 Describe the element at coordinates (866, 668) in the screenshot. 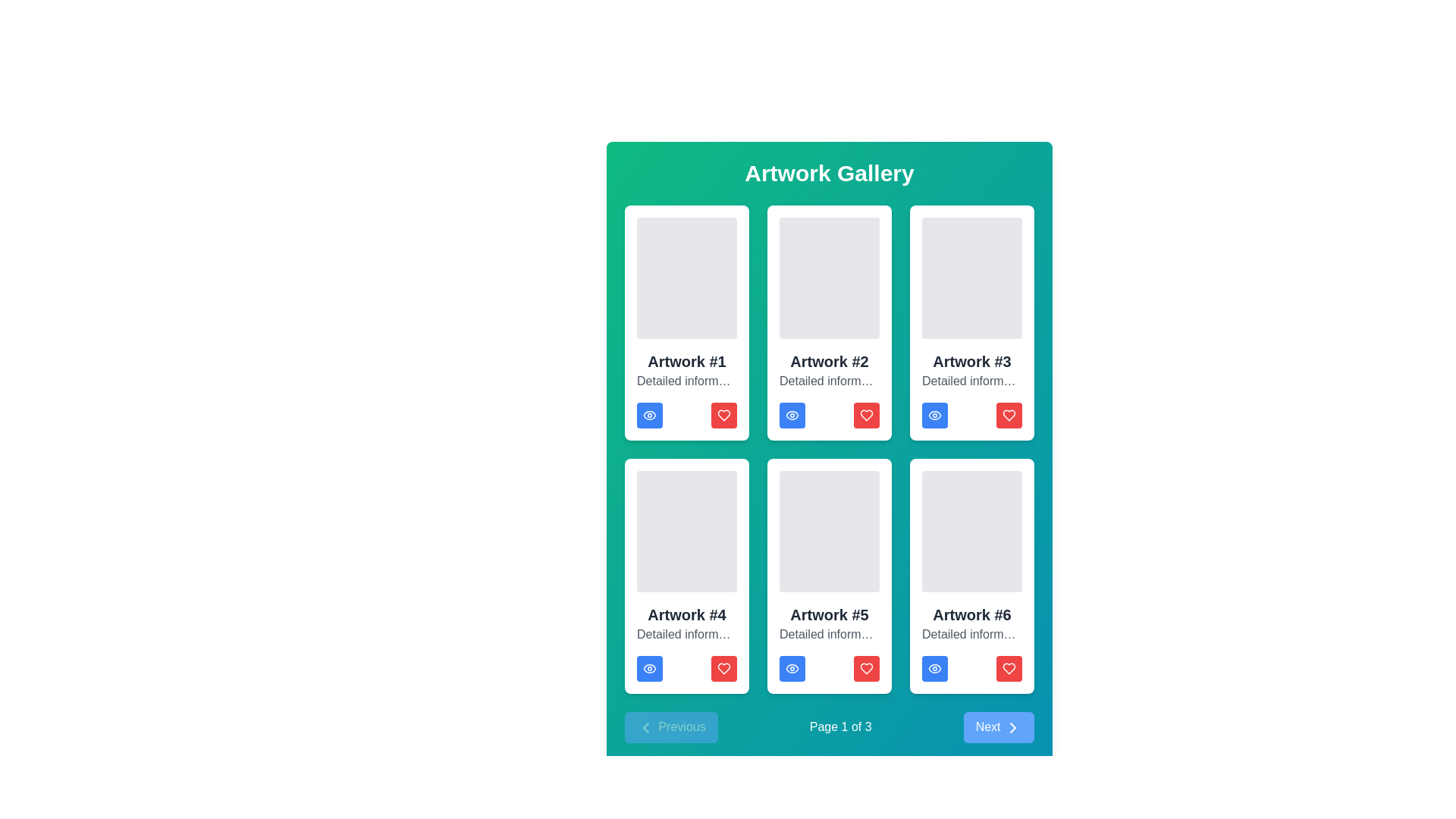

I see `the 'like' or 'favorite' button located in the bottom-right corner of the card labeled 'Artwork #5' to invoke the action` at that location.